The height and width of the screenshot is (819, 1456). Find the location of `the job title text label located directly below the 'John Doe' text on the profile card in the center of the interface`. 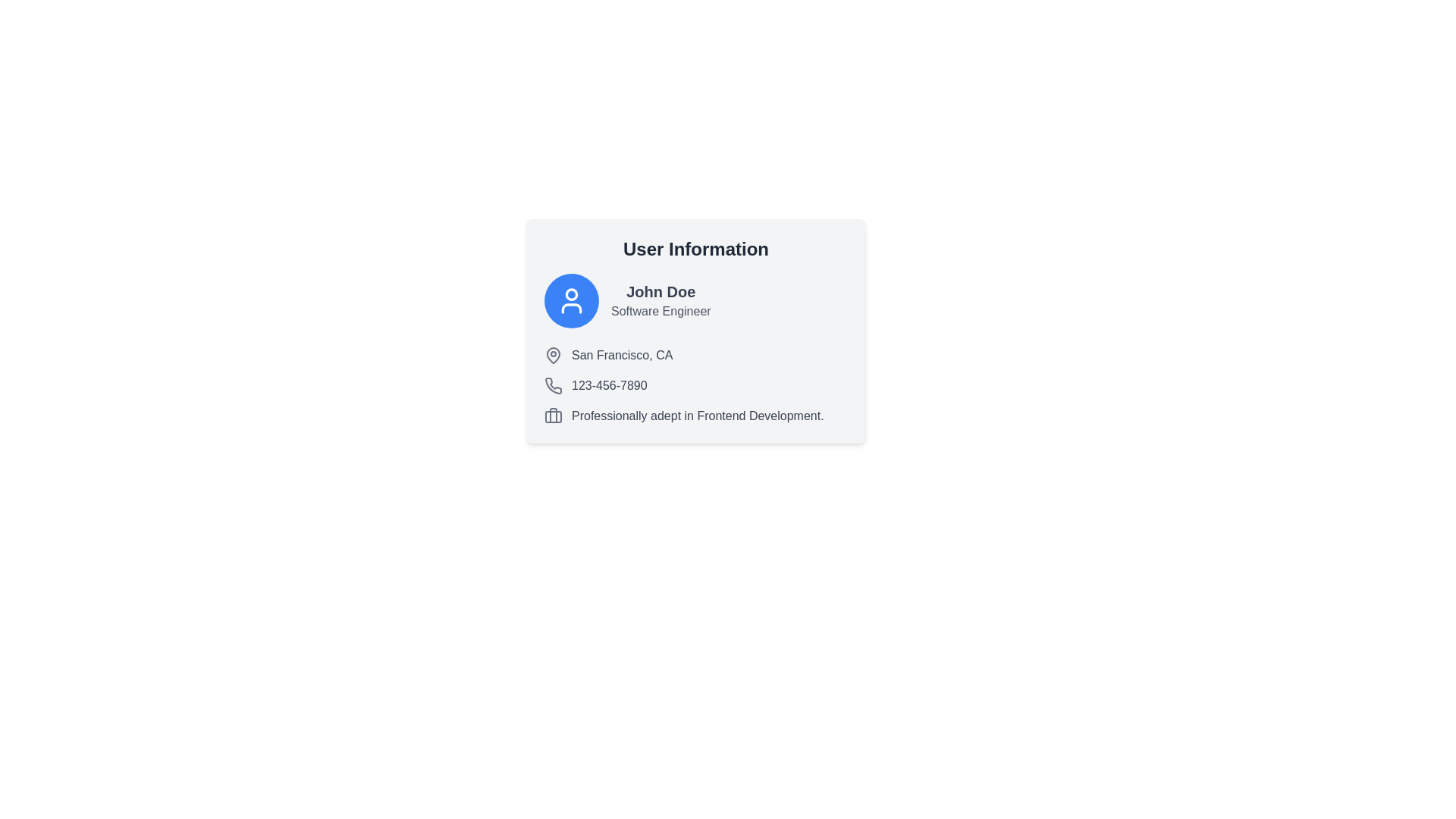

the job title text label located directly below the 'John Doe' text on the profile card in the center of the interface is located at coordinates (661, 311).